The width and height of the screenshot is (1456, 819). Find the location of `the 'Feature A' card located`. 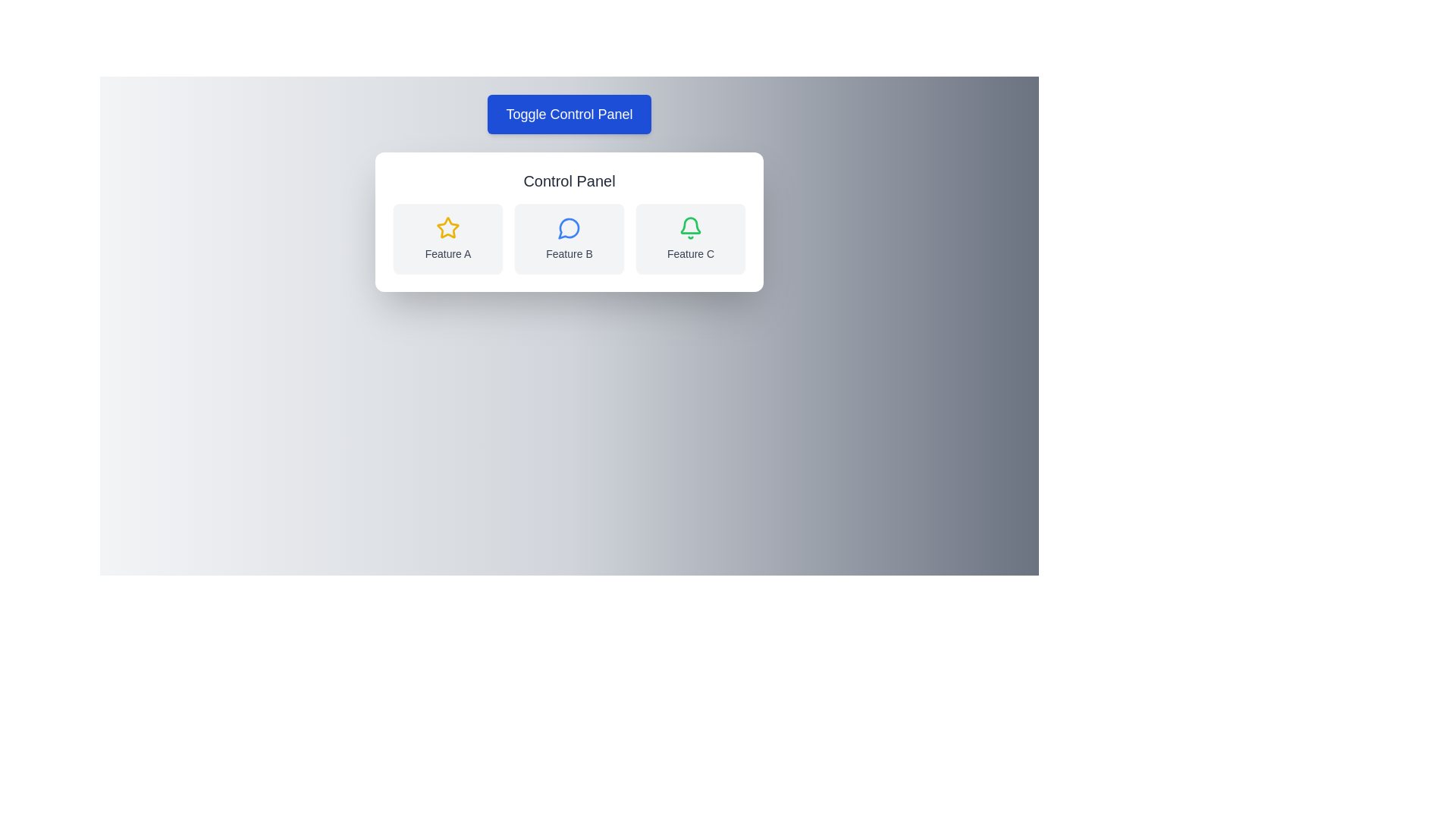

the 'Feature A' card located is located at coordinates (447, 239).